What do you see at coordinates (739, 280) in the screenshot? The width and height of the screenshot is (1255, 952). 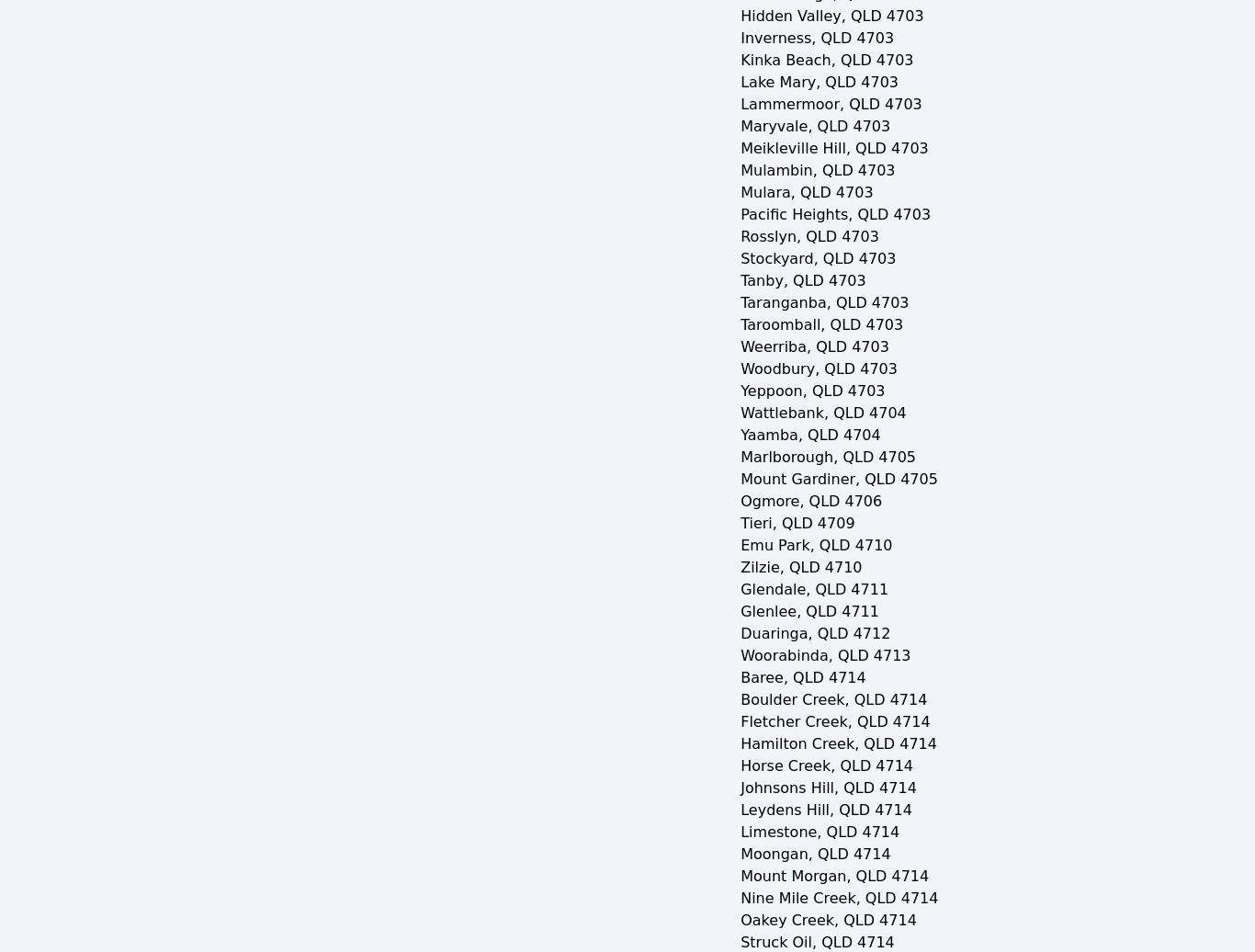 I see `'Tanby, QLD 4703'` at bounding box center [739, 280].